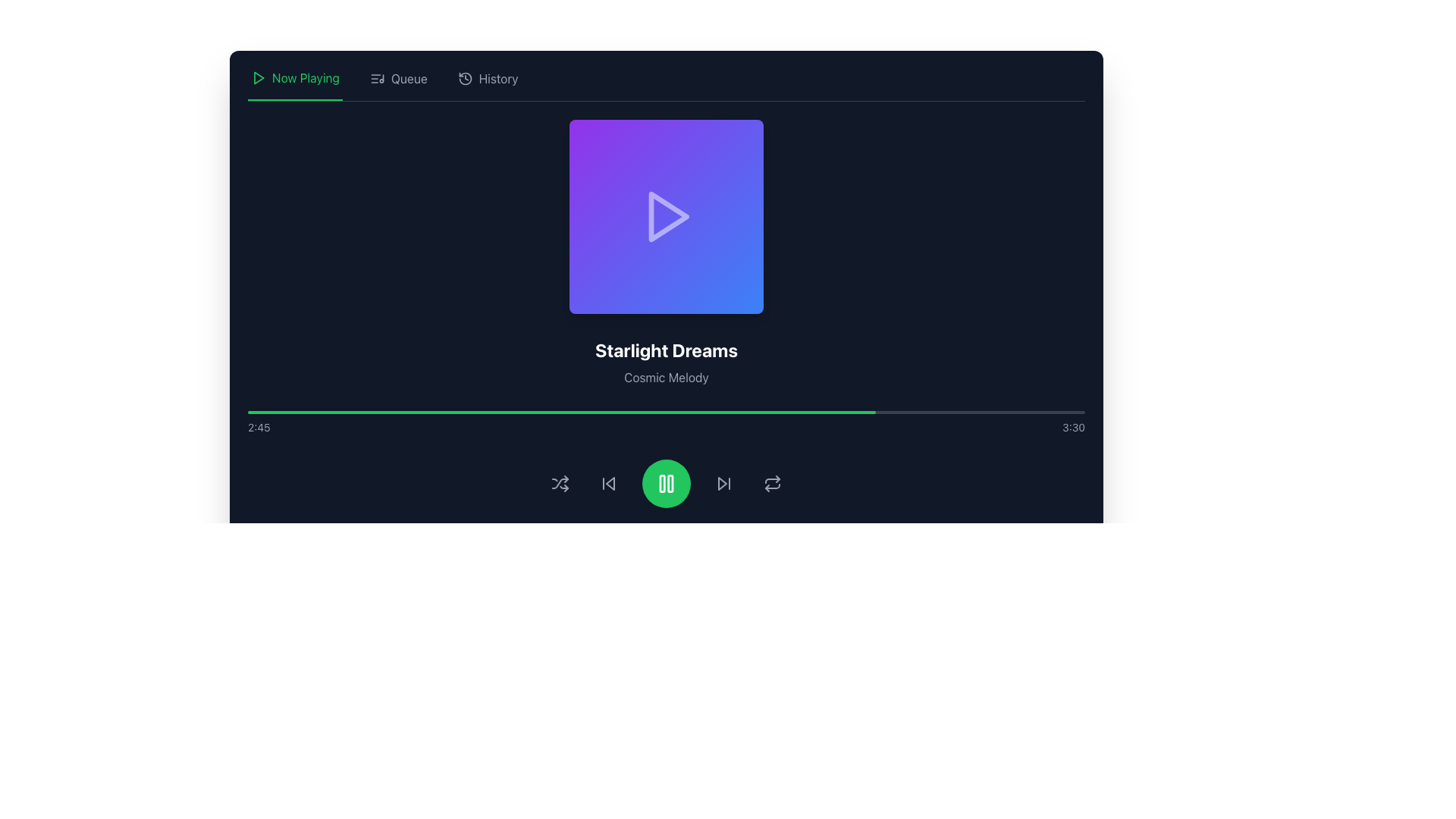  I want to click on the slider, so click(391, 539).